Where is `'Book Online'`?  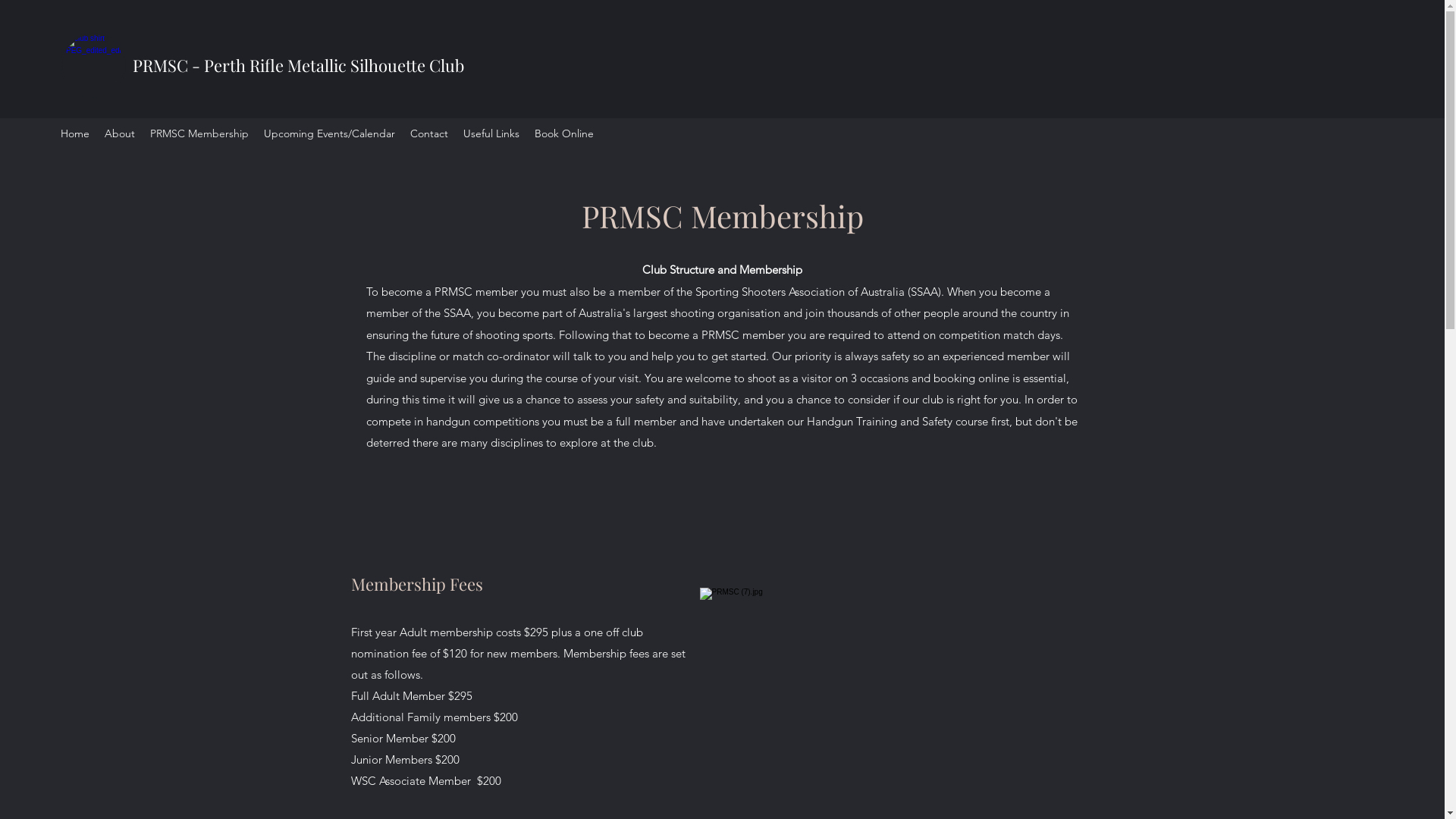
'Book Online' is located at coordinates (563, 133).